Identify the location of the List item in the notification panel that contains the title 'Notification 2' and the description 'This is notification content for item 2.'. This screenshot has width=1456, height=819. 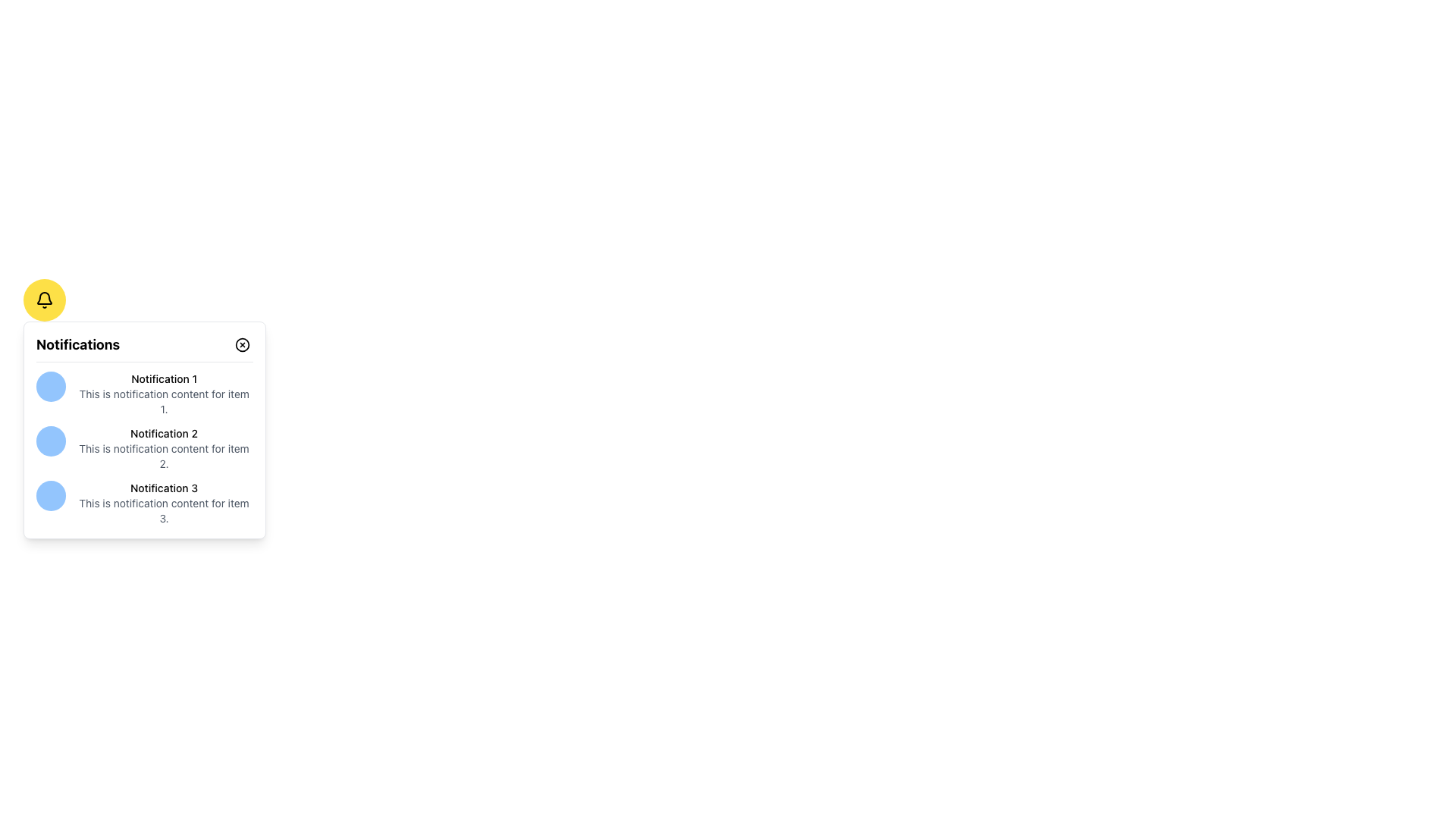
(145, 447).